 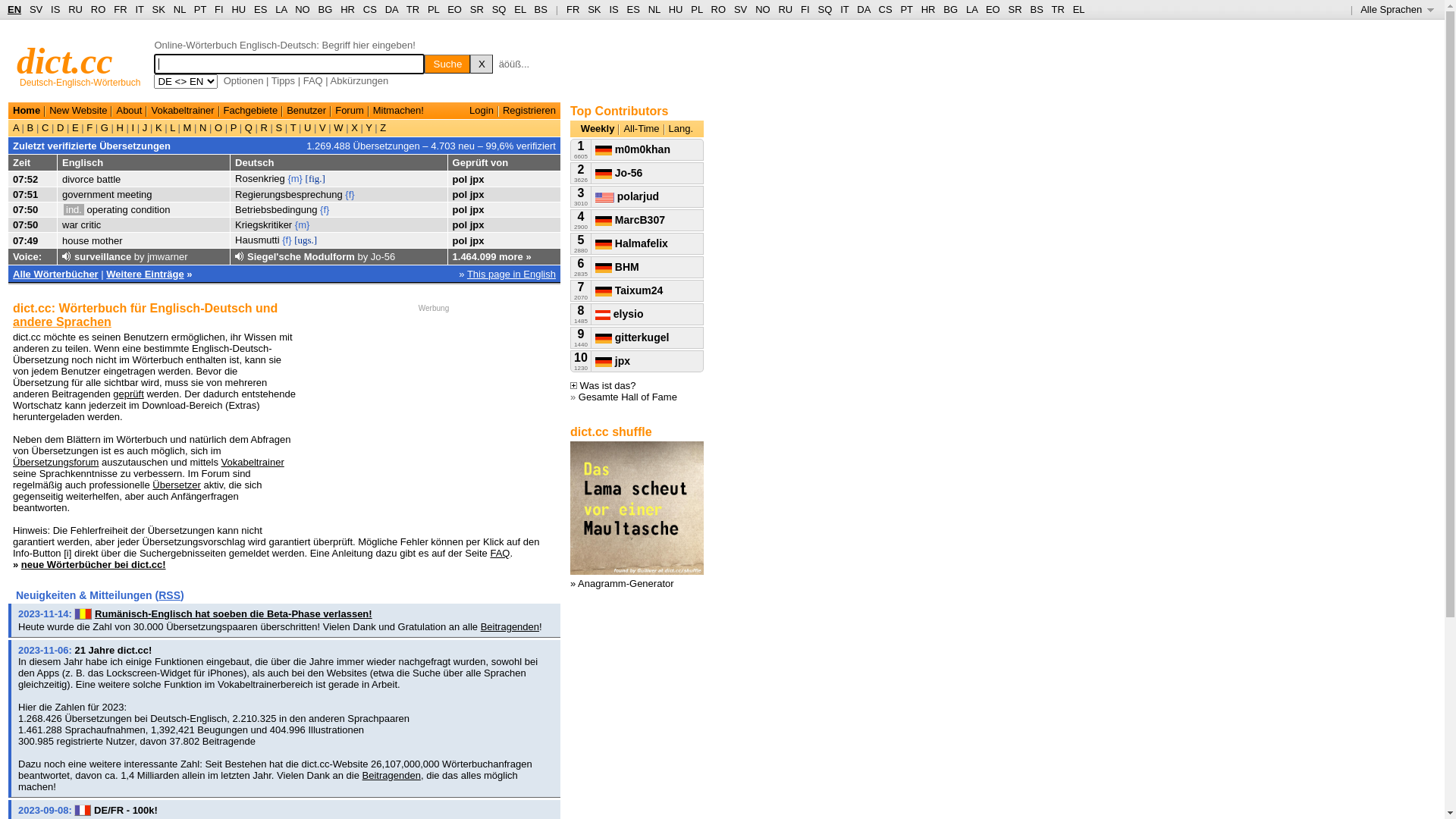 What do you see at coordinates (167, 256) in the screenshot?
I see `'jmwarner'` at bounding box center [167, 256].